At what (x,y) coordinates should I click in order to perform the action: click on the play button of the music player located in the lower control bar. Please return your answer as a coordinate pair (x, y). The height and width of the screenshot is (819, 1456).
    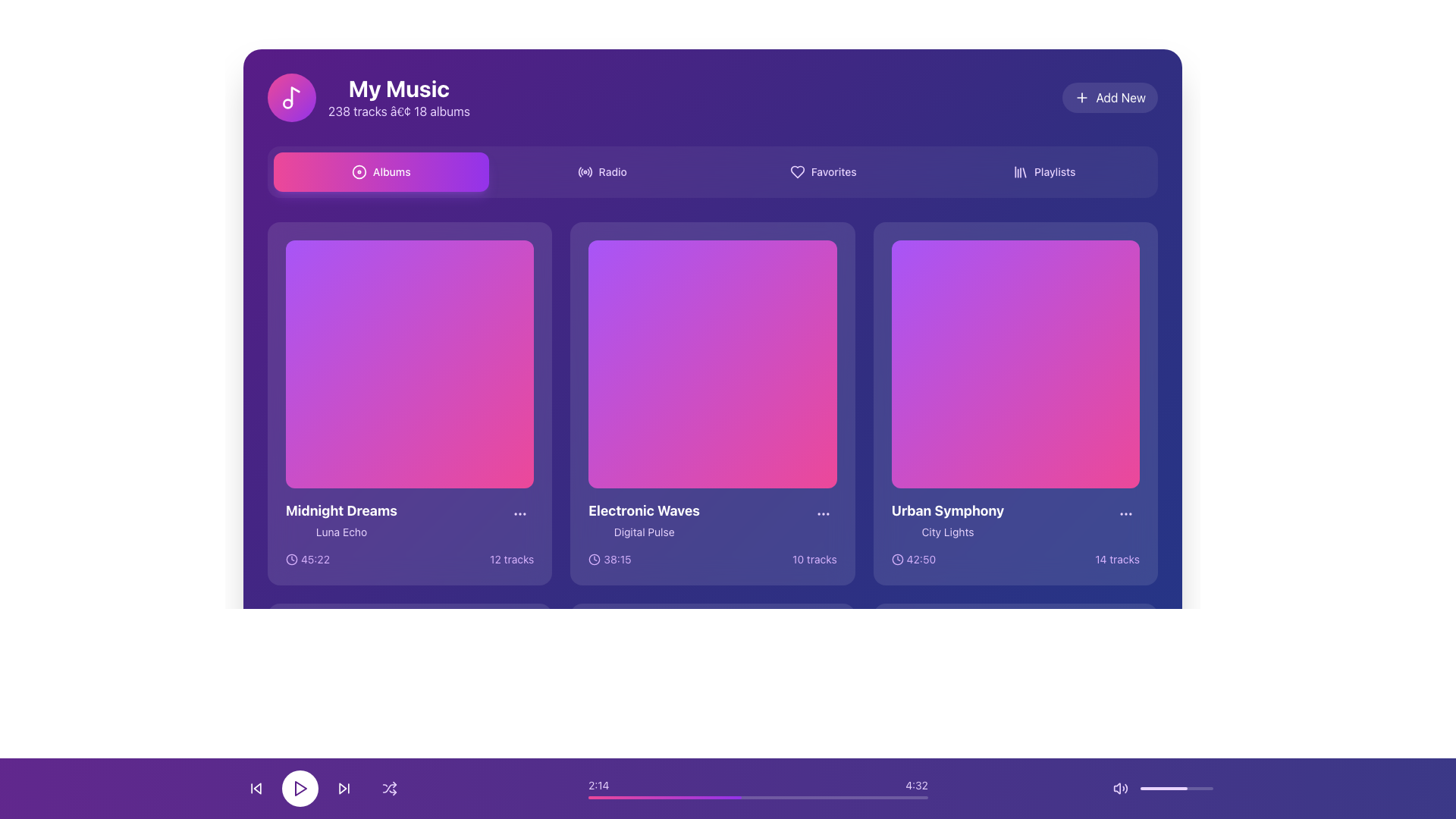
    Looking at the image, I should click on (1016, 745).